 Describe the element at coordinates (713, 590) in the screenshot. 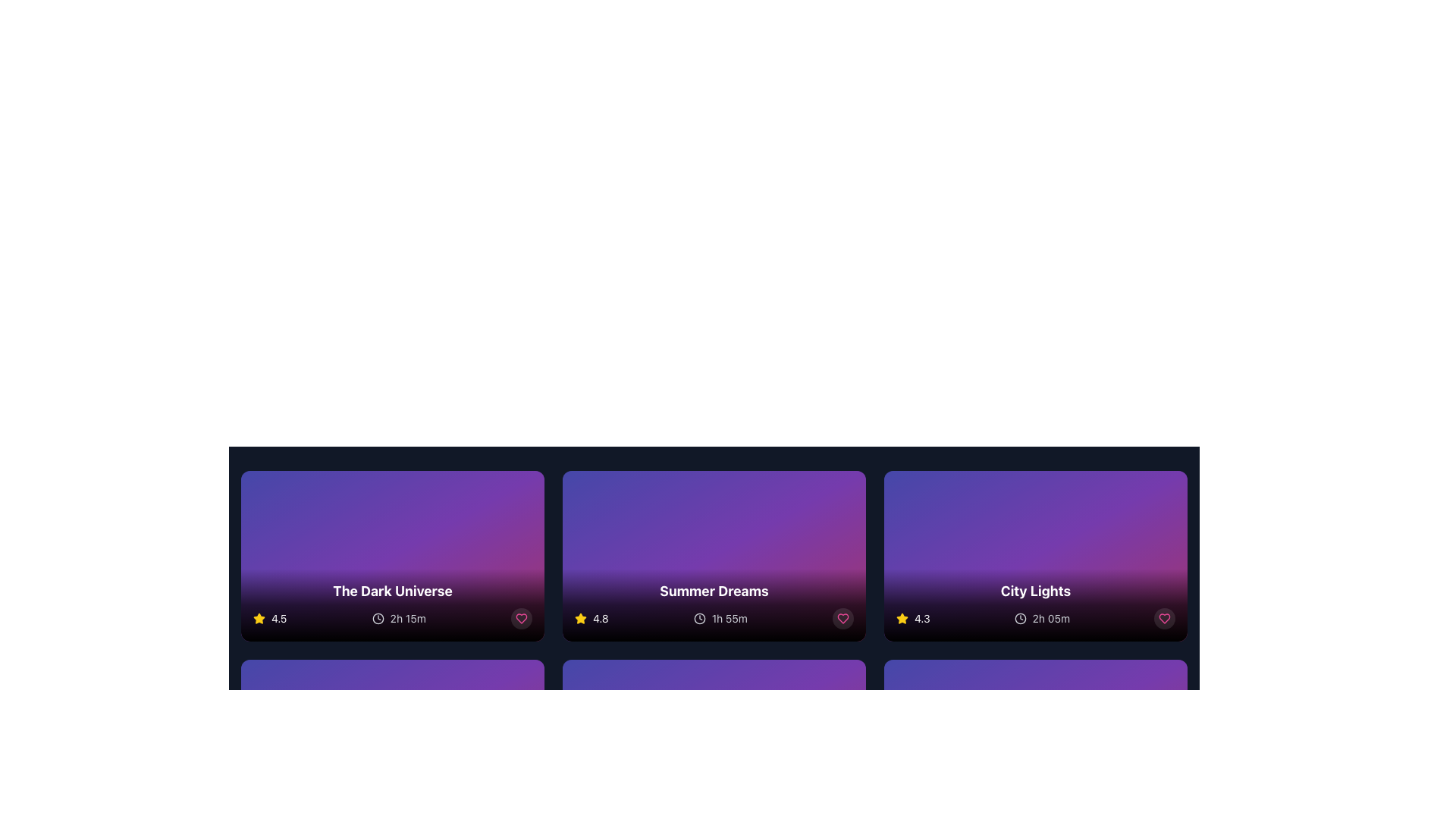

I see `the bold white text label reading 'Summer Dreams' located in the central card of the second row, positioned above additional icons and text elements` at that location.